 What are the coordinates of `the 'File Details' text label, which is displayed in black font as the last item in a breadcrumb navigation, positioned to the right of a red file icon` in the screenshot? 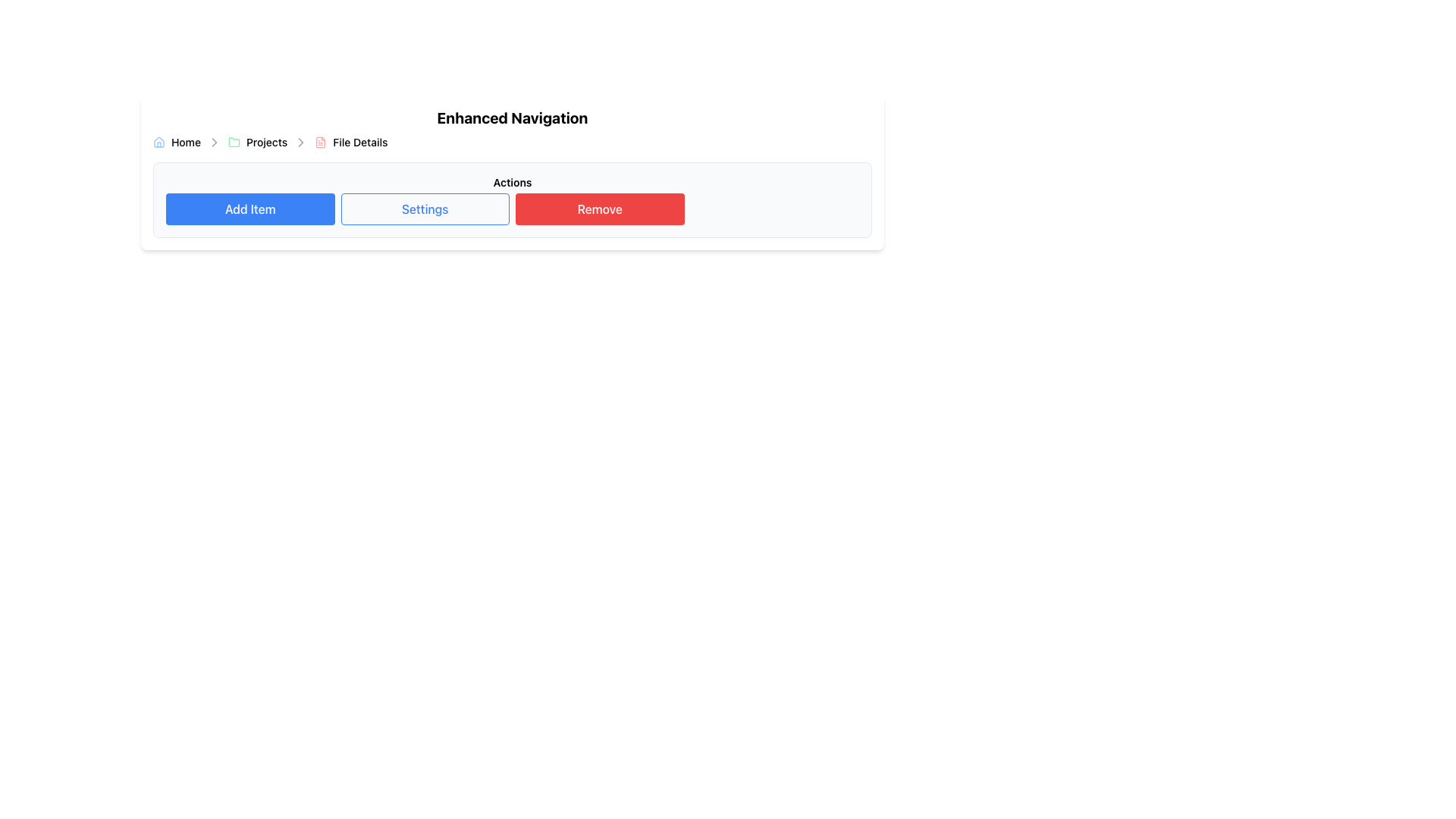 It's located at (359, 143).